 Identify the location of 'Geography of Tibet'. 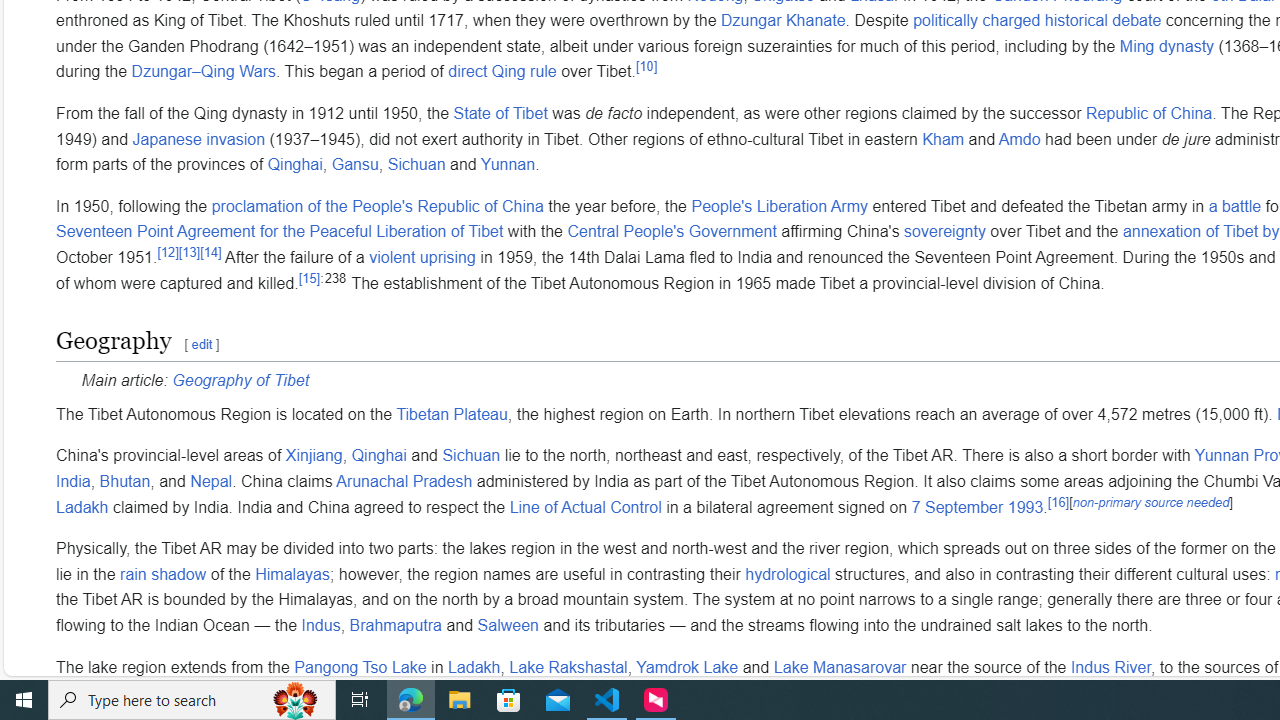
(240, 381).